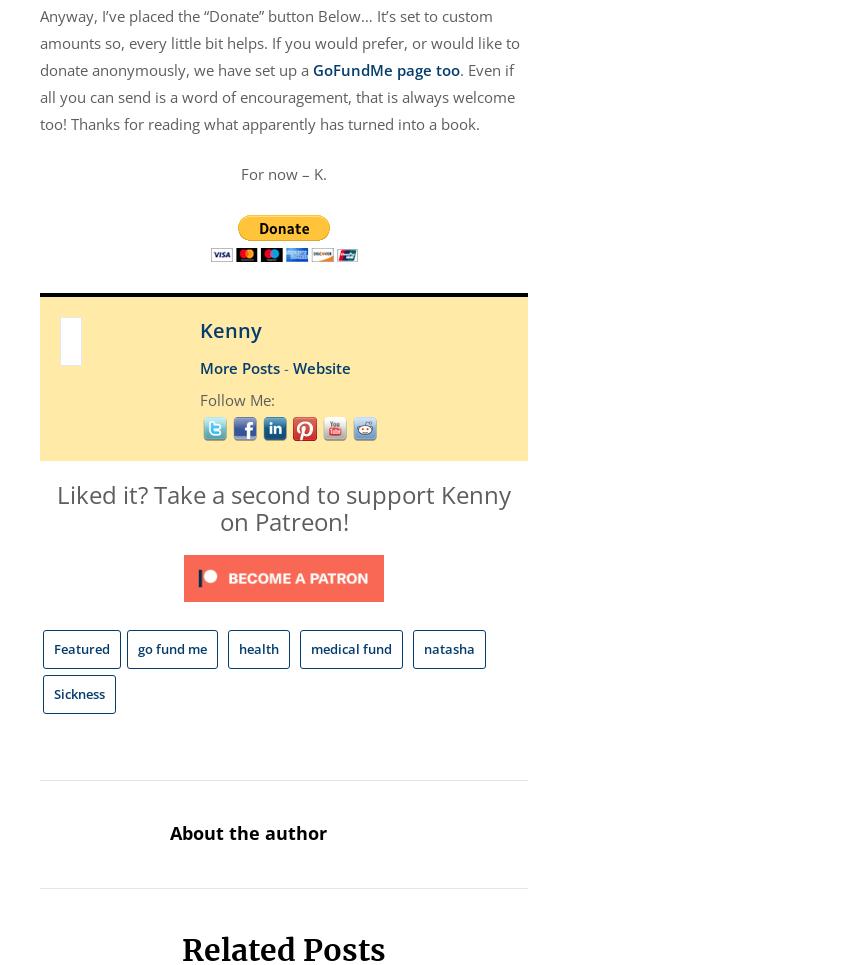 The width and height of the screenshot is (850, 965). I want to click on 'For now – K.', so click(240, 172).